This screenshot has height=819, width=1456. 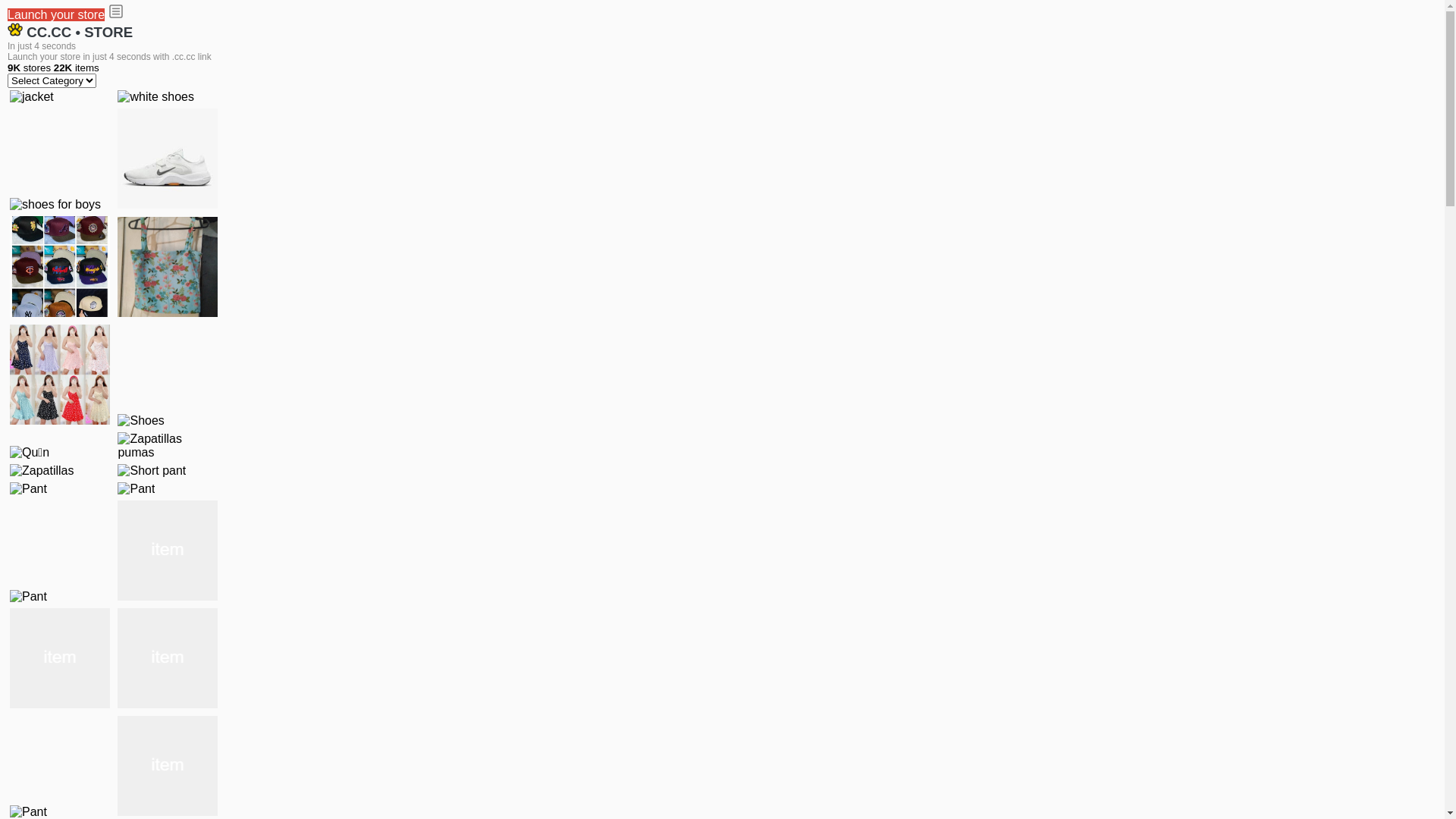 I want to click on 'Things we need', so click(x=59, y=265).